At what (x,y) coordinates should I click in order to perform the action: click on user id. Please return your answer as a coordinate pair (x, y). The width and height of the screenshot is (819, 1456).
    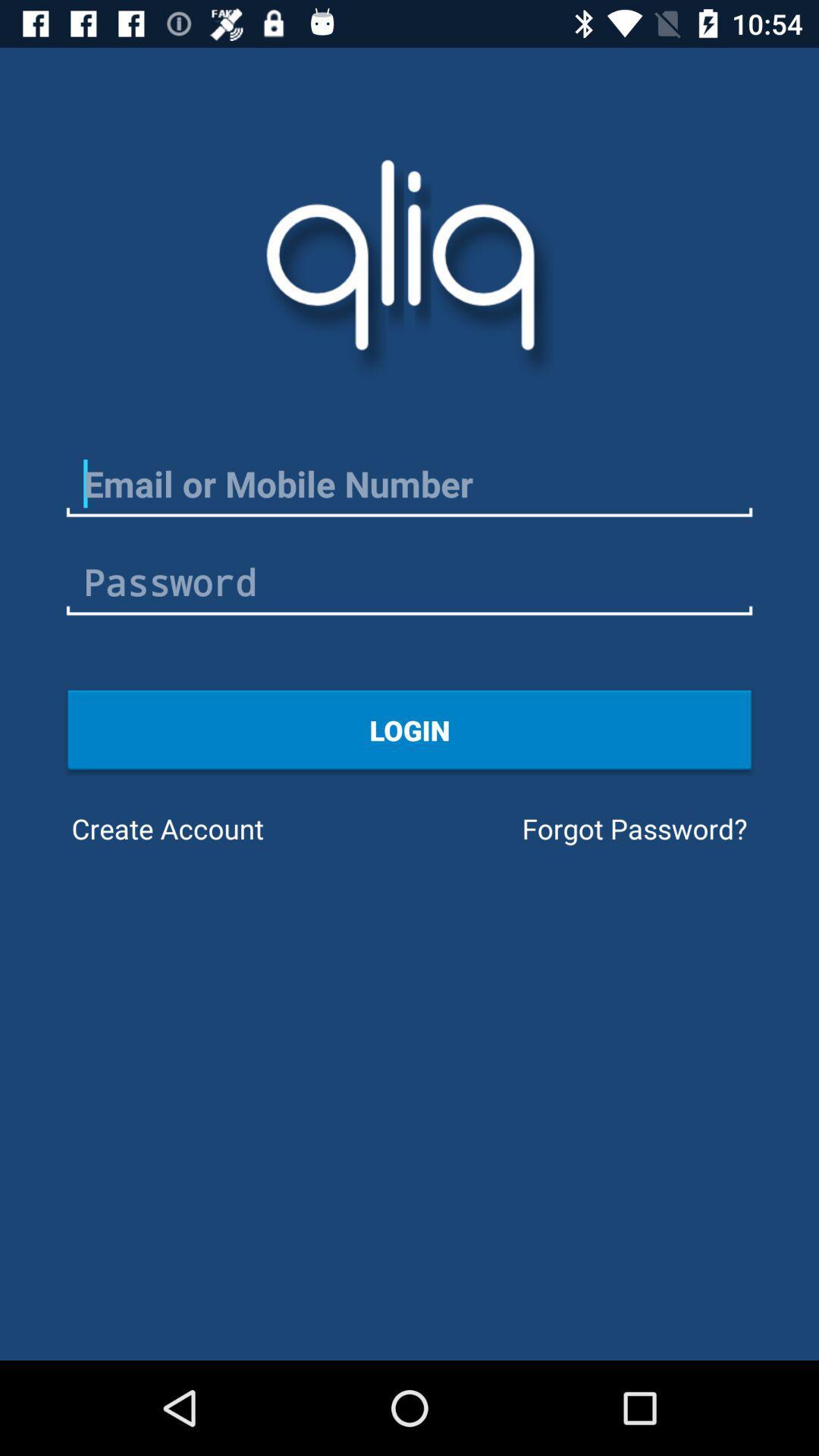
    Looking at the image, I should click on (409, 483).